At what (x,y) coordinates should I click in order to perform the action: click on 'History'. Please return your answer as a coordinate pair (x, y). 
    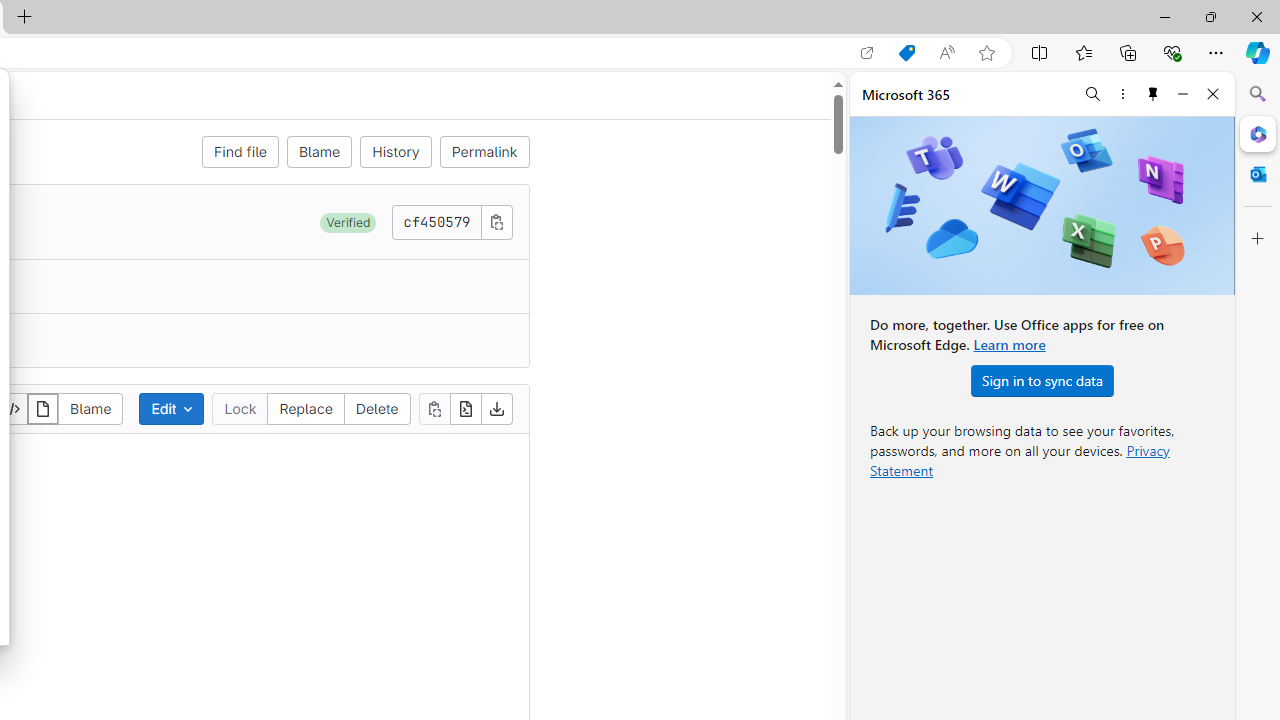
    Looking at the image, I should click on (396, 150).